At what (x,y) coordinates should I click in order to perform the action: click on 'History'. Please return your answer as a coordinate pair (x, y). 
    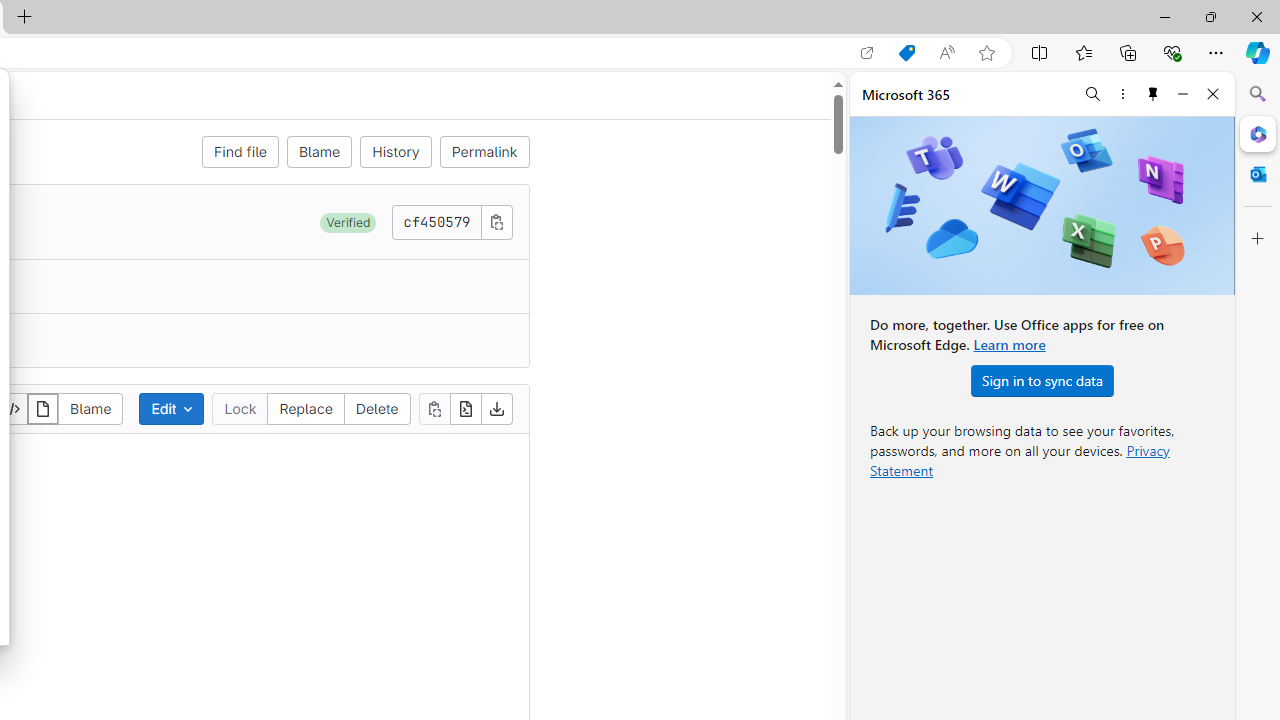
    Looking at the image, I should click on (396, 150).